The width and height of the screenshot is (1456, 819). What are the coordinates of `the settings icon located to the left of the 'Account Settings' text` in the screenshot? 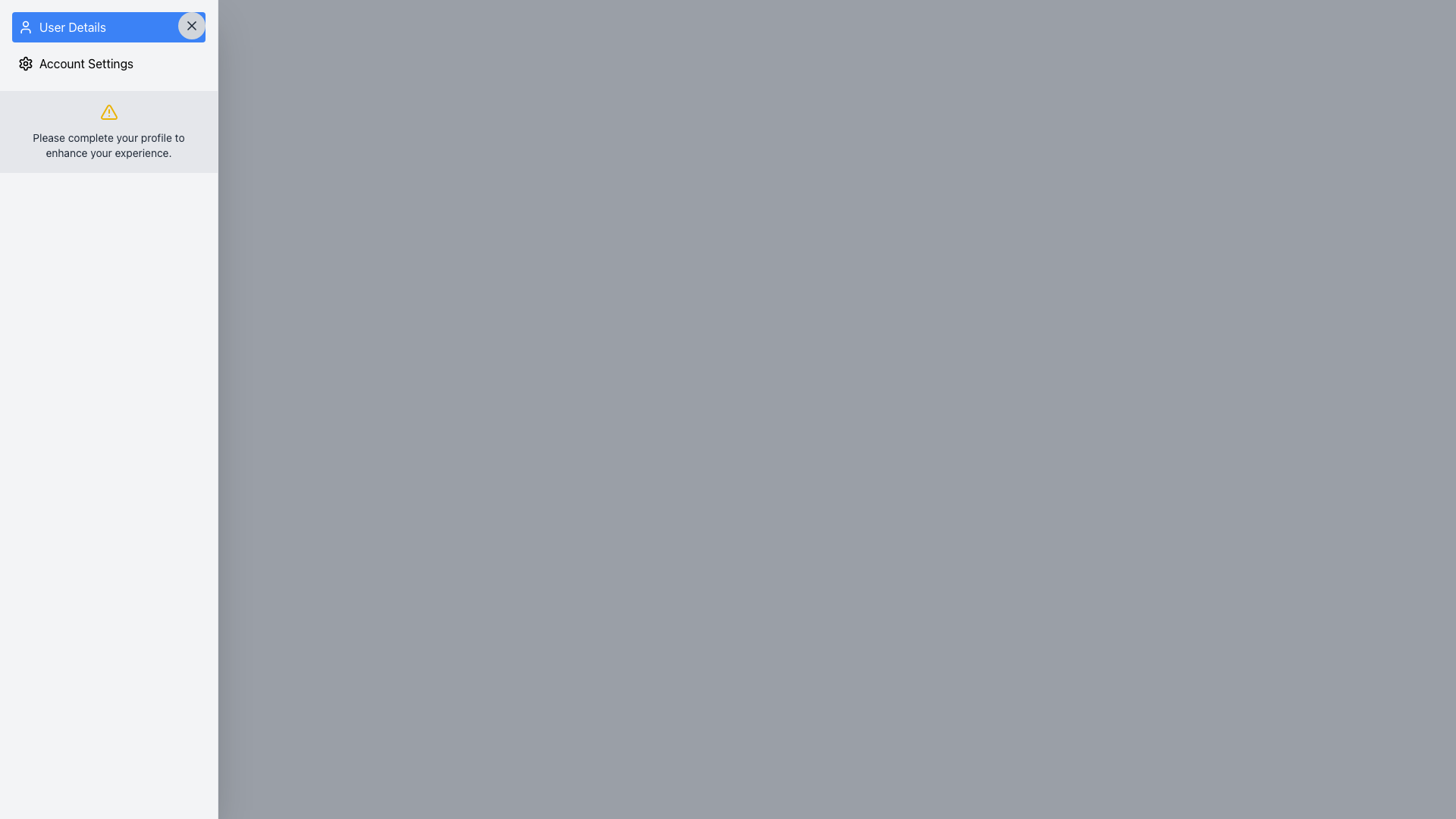 It's located at (25, 63).